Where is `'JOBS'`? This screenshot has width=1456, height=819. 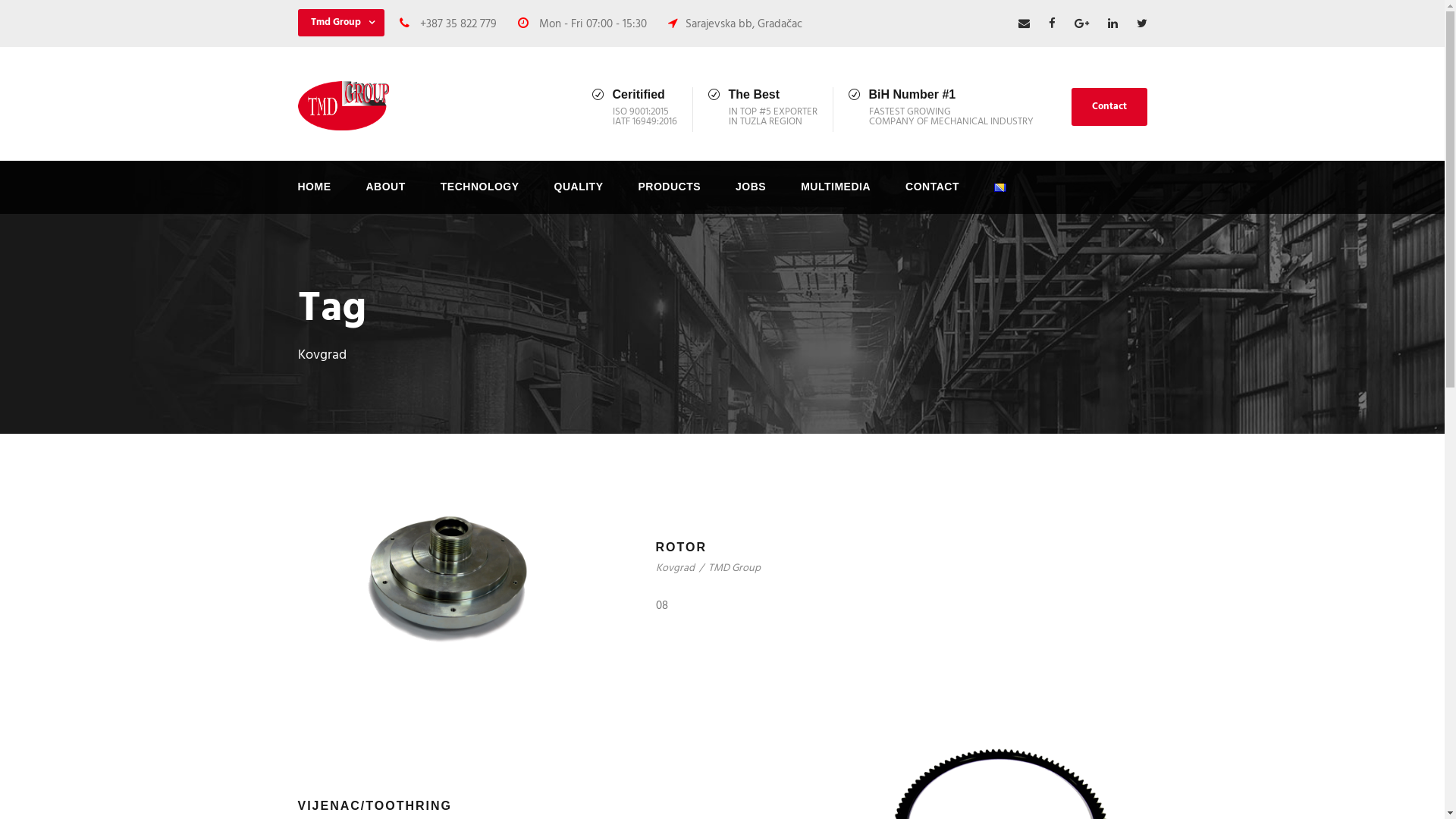
'JOBS' is located at coordinates (750, 195).